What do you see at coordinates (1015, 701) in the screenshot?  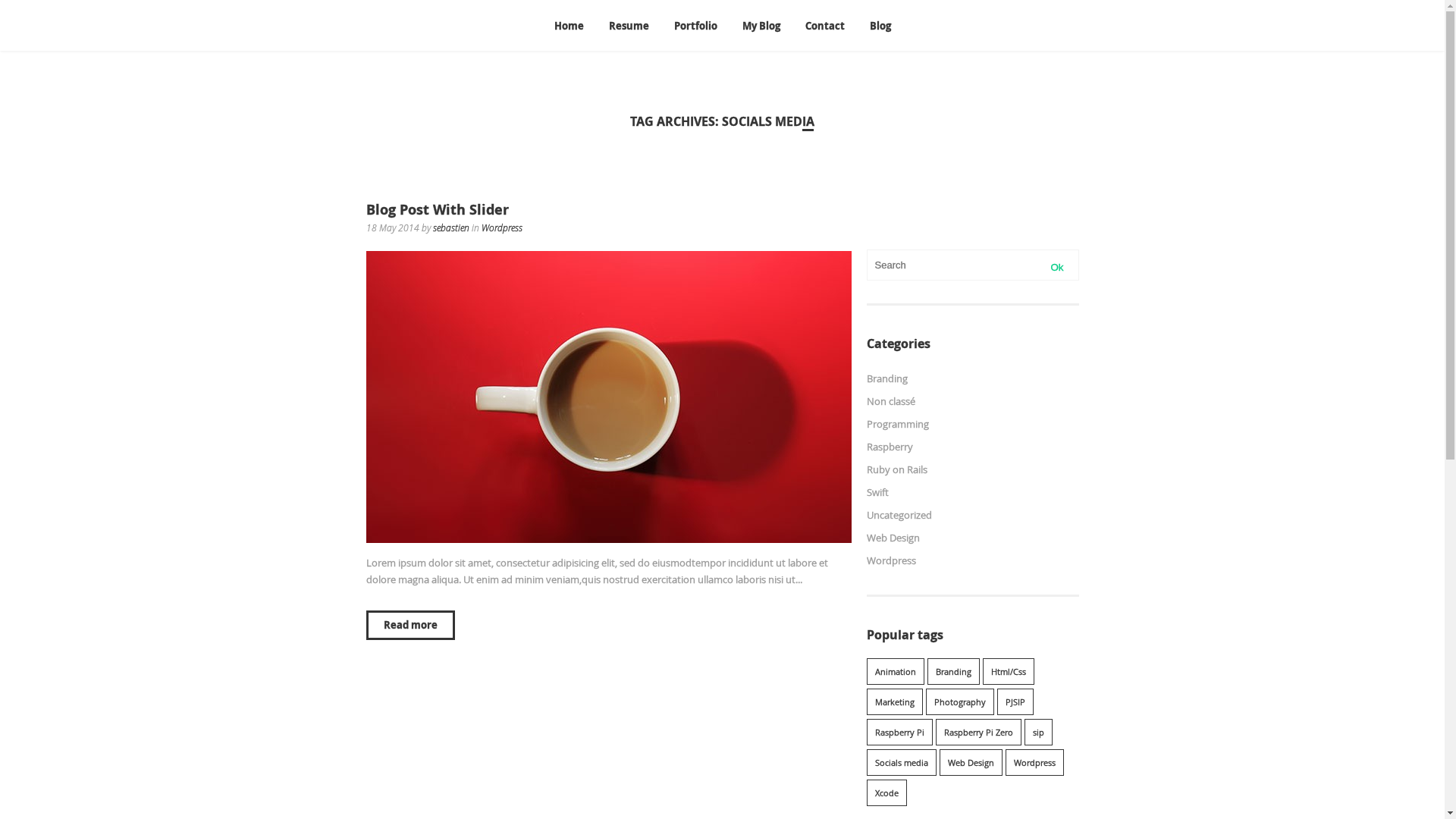 I see `'PJSIP'` at bounding box center [1015, 701].